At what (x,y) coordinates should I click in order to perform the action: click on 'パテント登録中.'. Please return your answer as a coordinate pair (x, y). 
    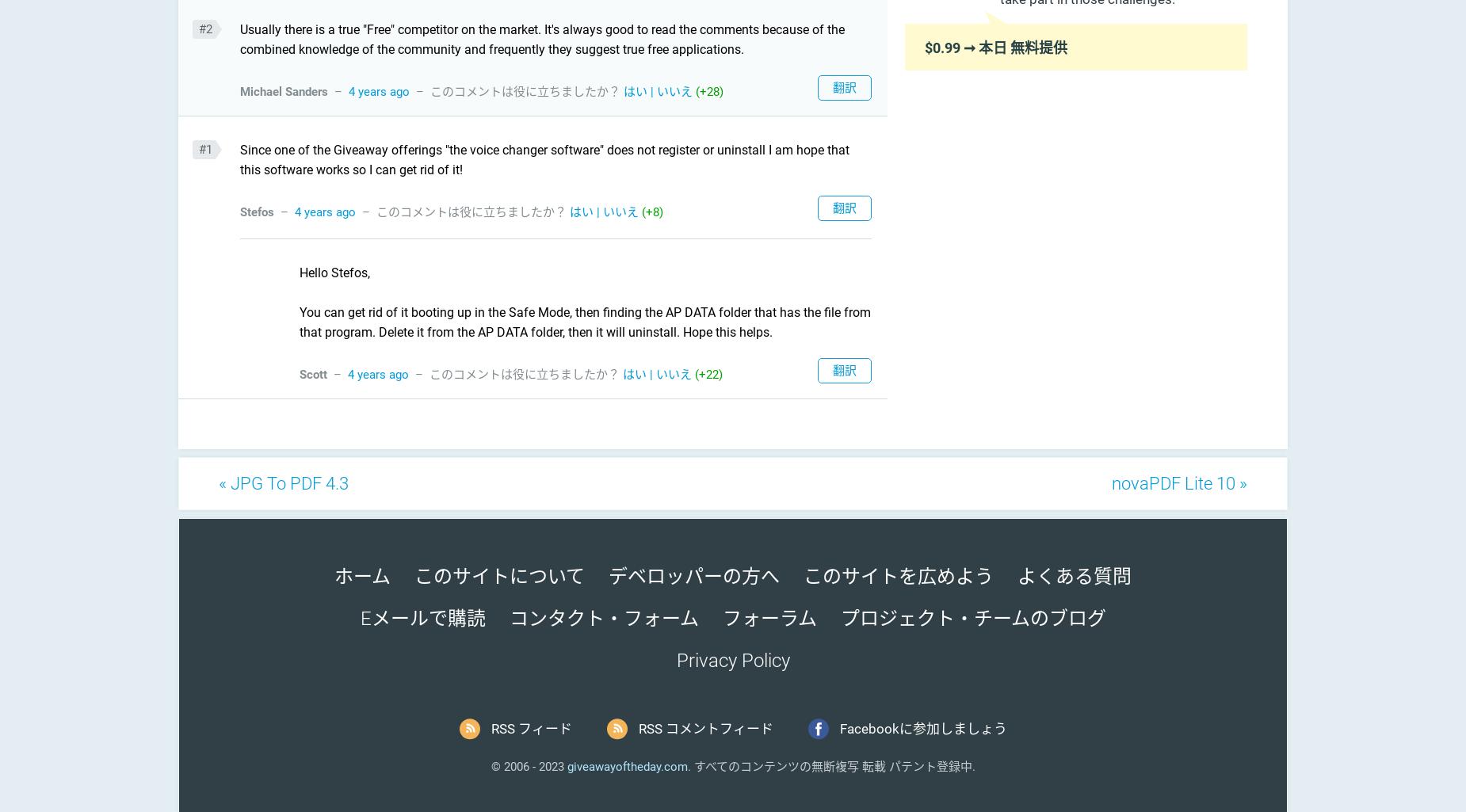
    Looking at the image, I should click on (884, 765).